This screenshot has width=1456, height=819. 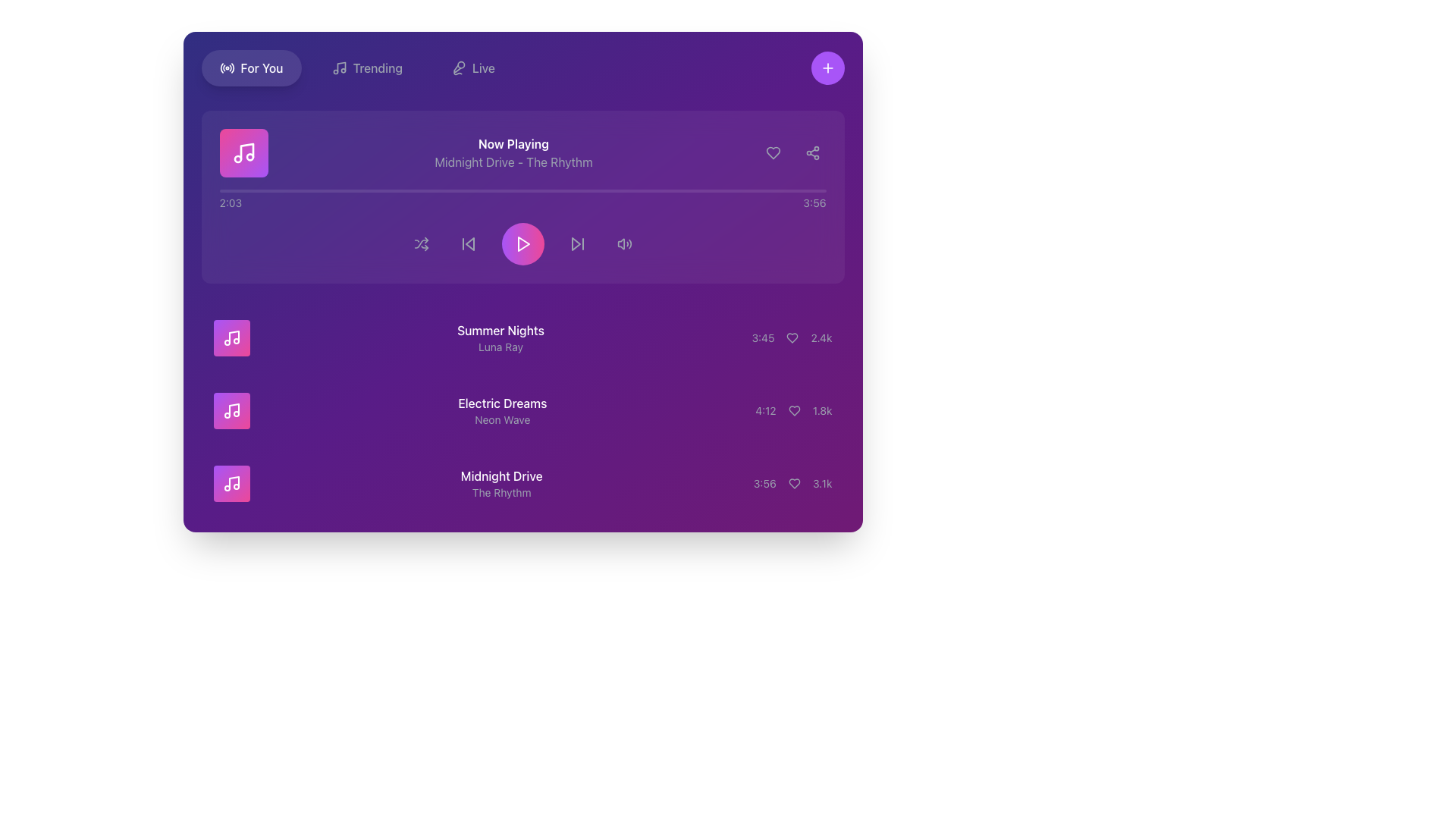 What do you see at coordinates (793, 411) in the screenshot?
I see `the heart-shaped icon on the right side of the second item in the vertically stacked list to like or unlike the associated music item` at bounding box center [793, 411].